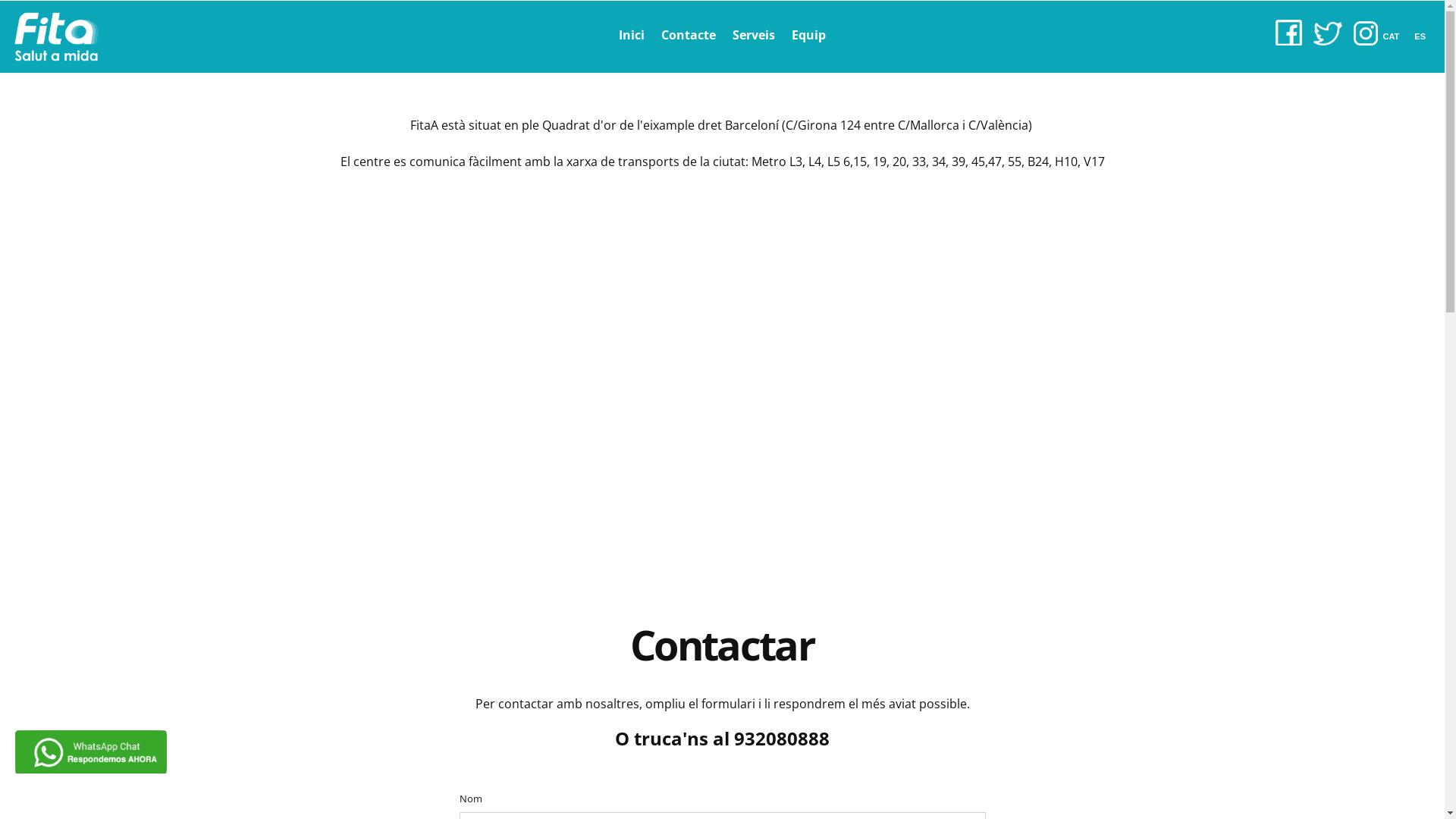 The width and height of the screenshot is (1456, 819). Describe the element at coordinates (753, 34) in the screenshot. I see `'Serveis'` at that location.